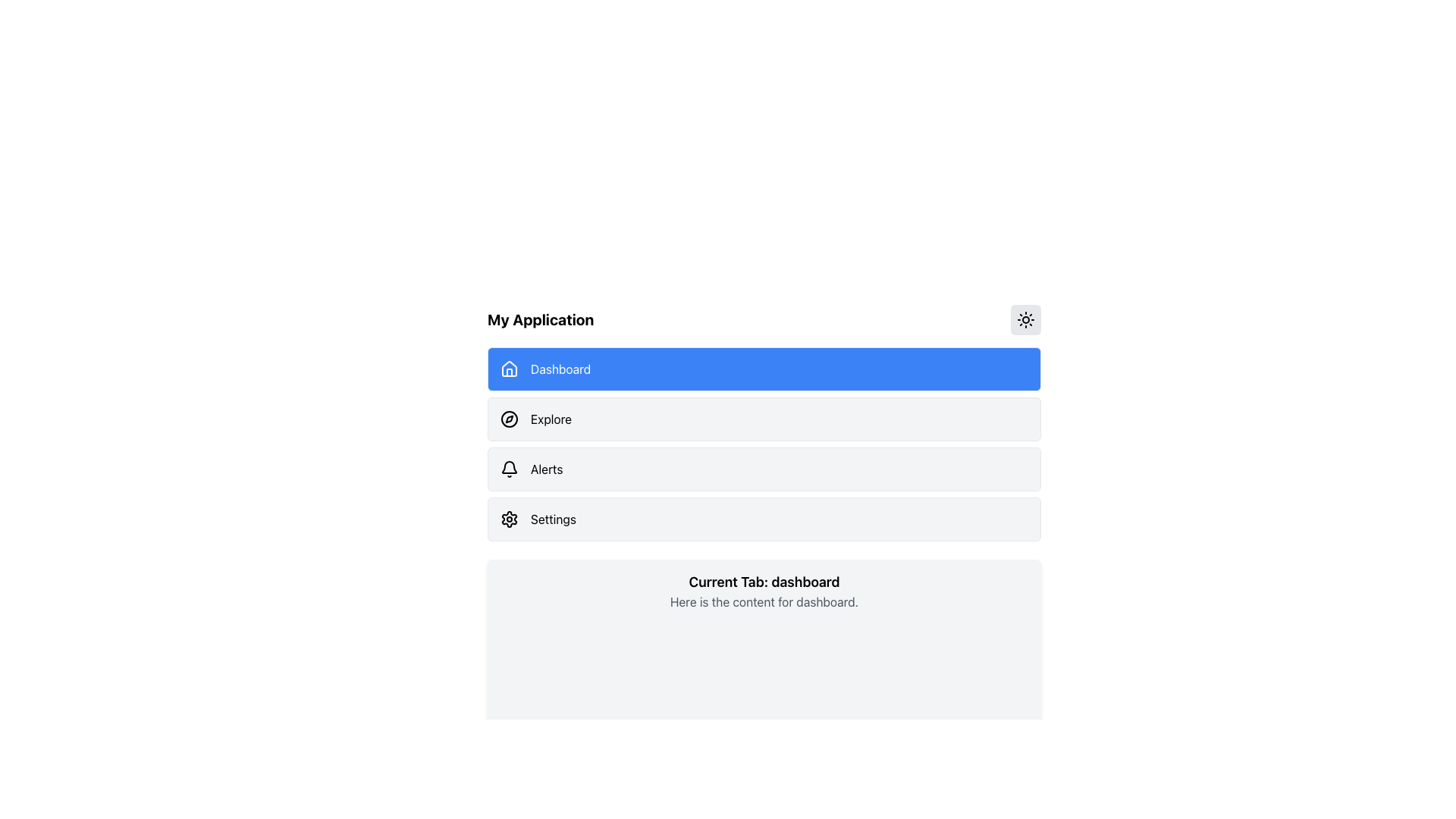  Describe the element at coordinates (1026, 318) in the screenshot. I see `the theme toggle icon located in the top-right corner of the interface to switch between light and dark modes` at that location.